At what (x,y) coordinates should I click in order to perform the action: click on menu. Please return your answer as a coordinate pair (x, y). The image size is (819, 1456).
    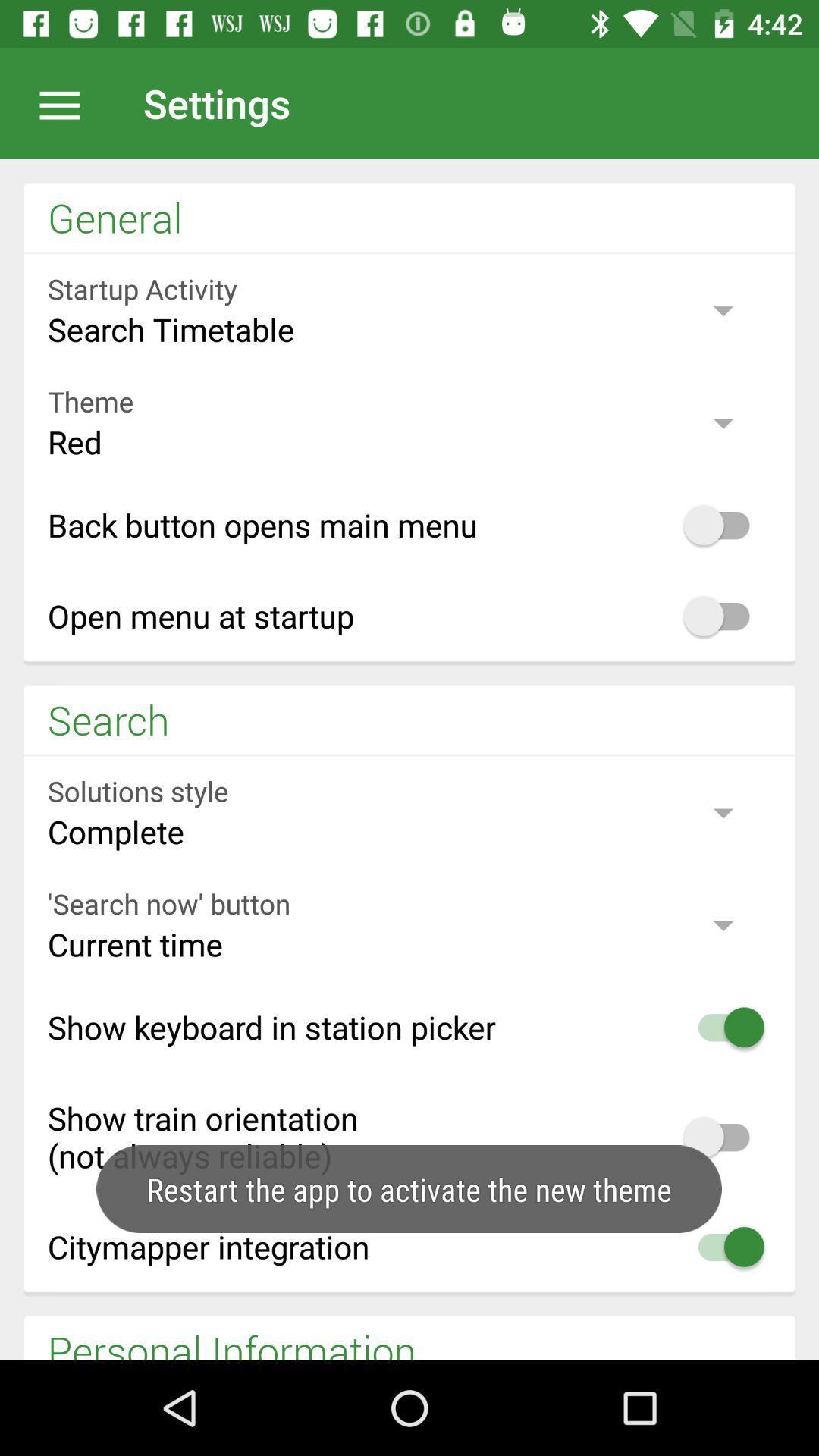
    Looking at the image, I should click on (67, 102).